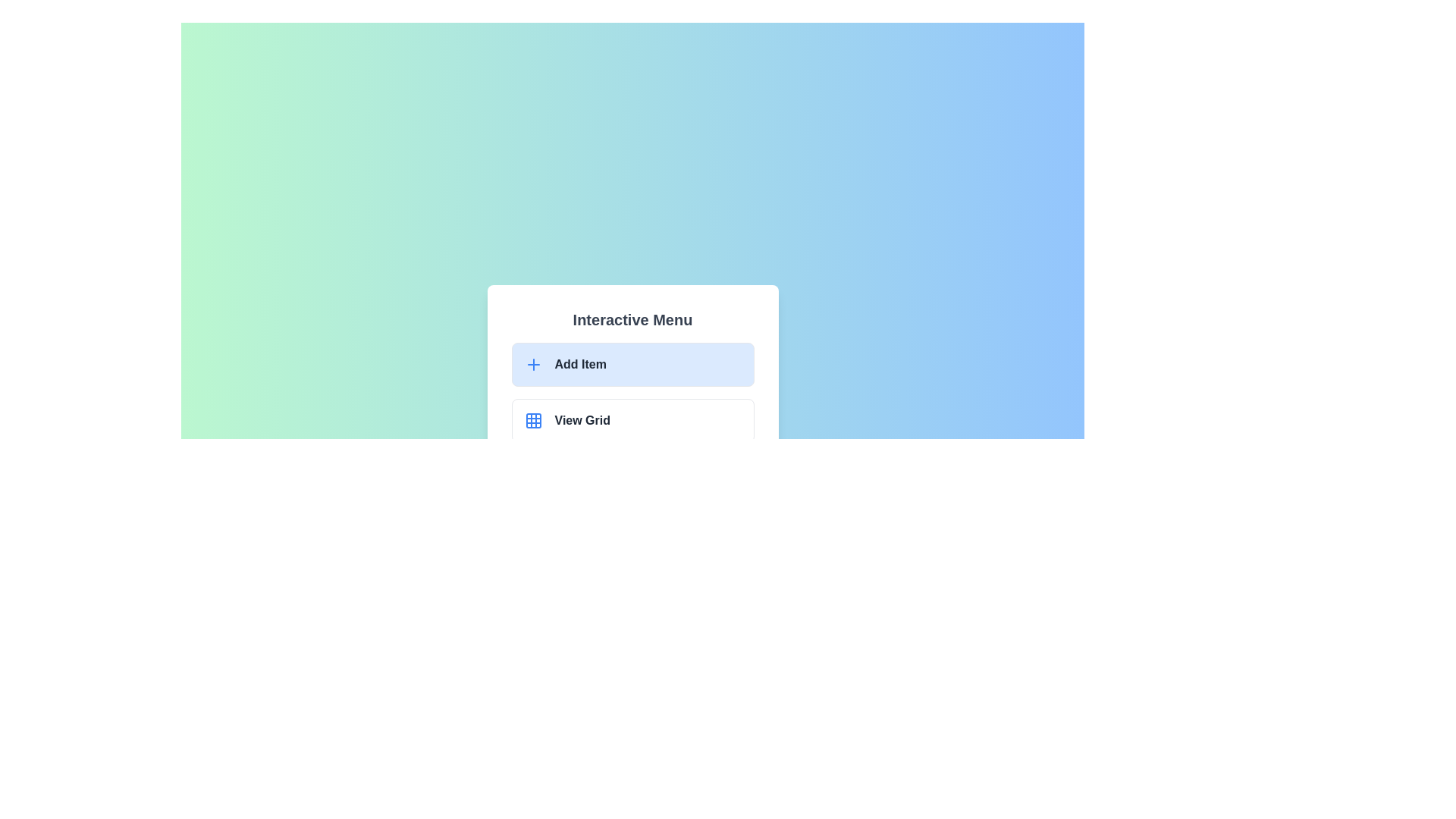  What do you see at coordinates (632, 365) in the screenshot?
I see `the menu item Add Item from the list` at bounding box center [632, 365].